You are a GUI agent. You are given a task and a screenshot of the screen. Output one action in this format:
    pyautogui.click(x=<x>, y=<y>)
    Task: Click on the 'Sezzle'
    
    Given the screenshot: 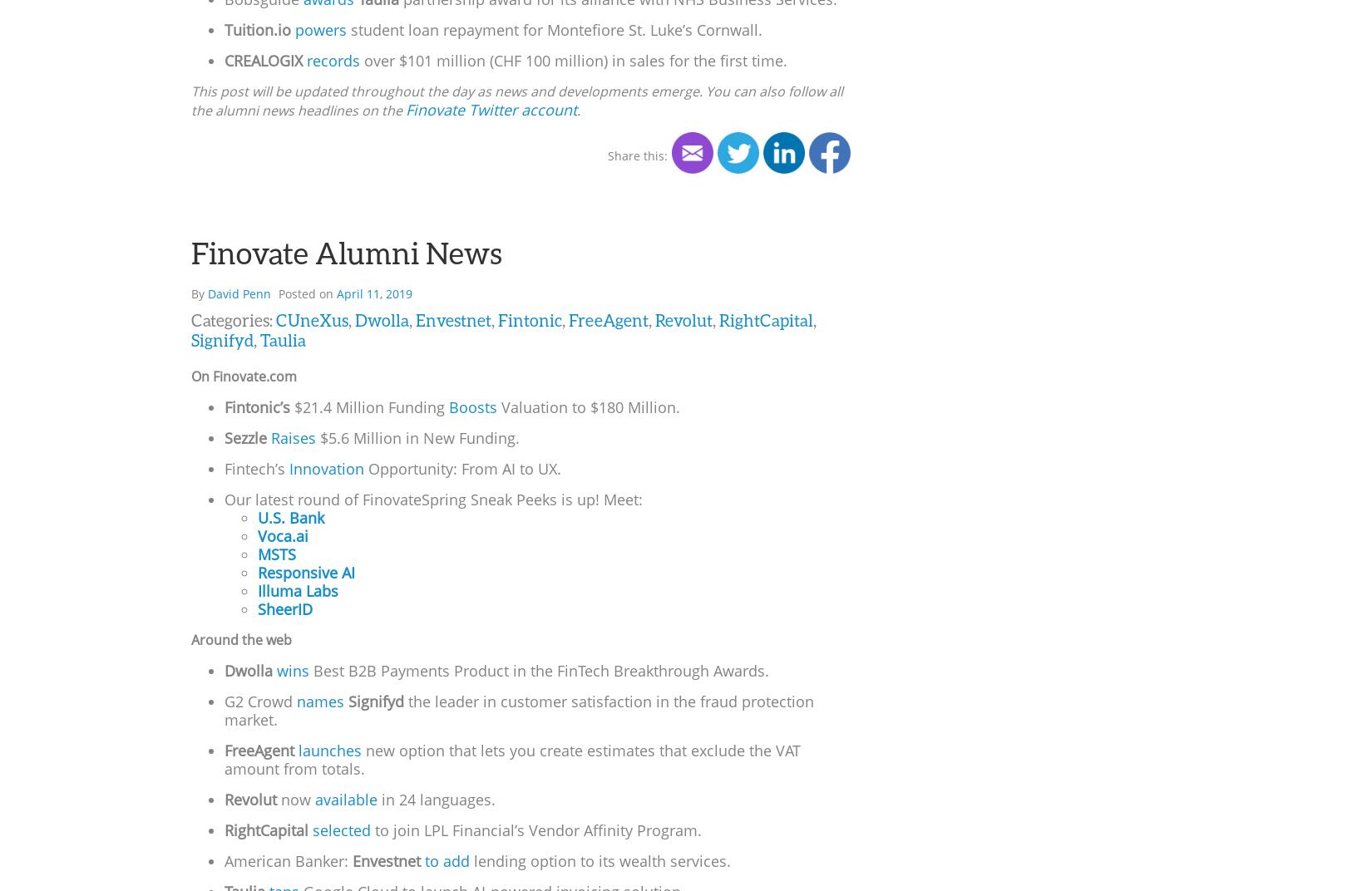 What is the action you would take?
    pyautogui.click(x=245, y=437)
    